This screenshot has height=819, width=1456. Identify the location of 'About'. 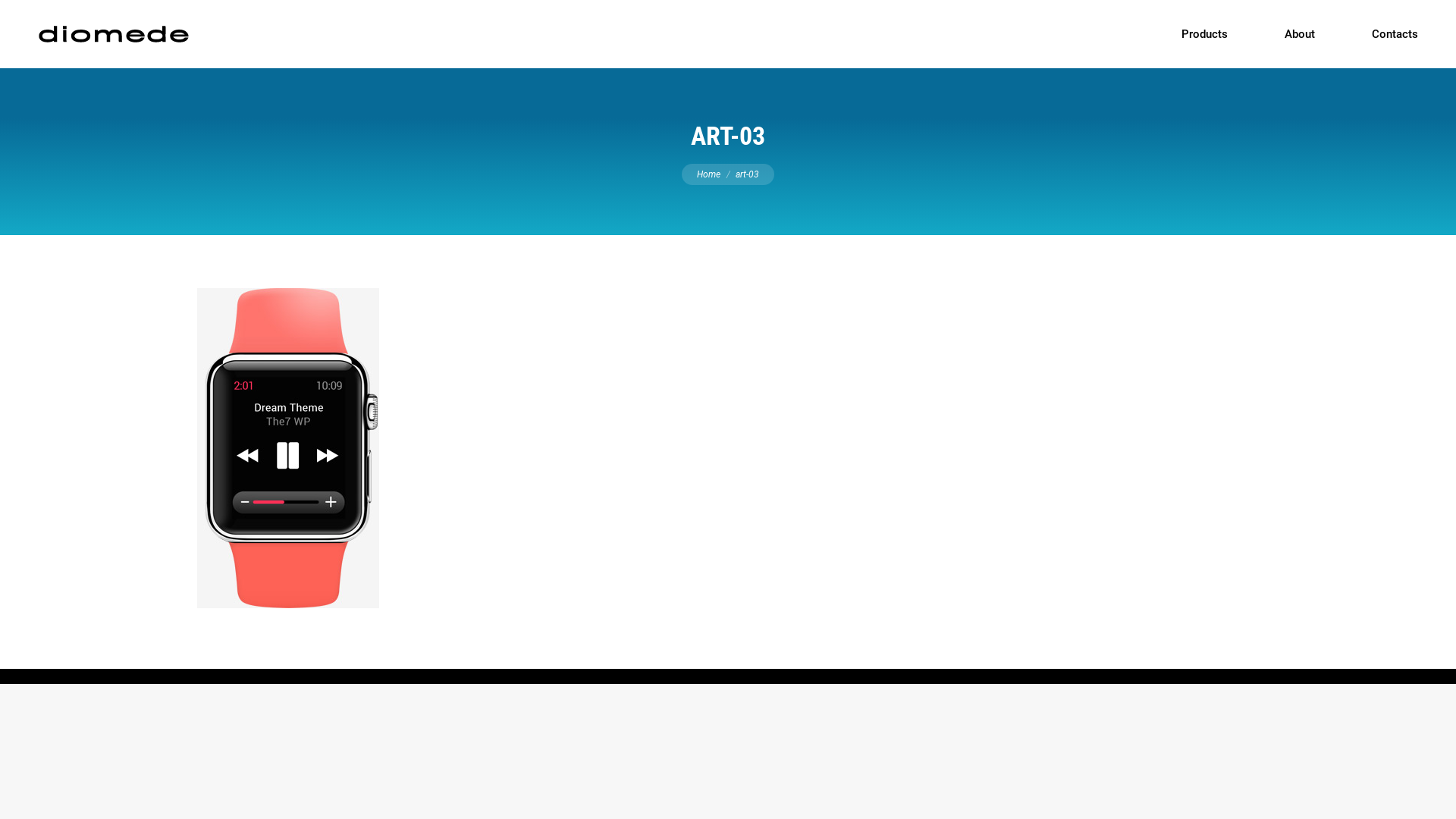
(1298, 34).